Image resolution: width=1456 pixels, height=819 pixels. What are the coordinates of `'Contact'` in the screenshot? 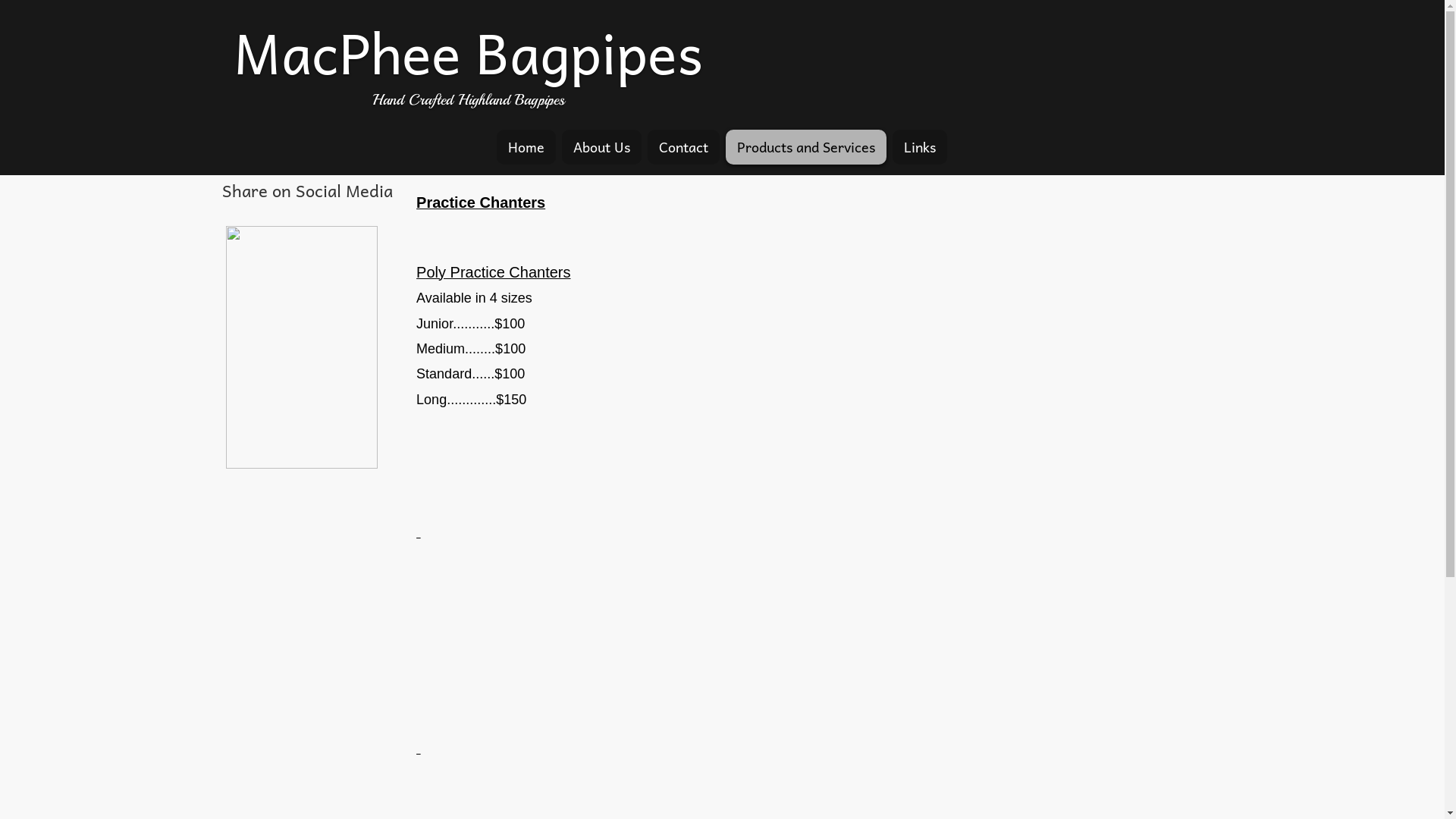 It's located at (648, 146).